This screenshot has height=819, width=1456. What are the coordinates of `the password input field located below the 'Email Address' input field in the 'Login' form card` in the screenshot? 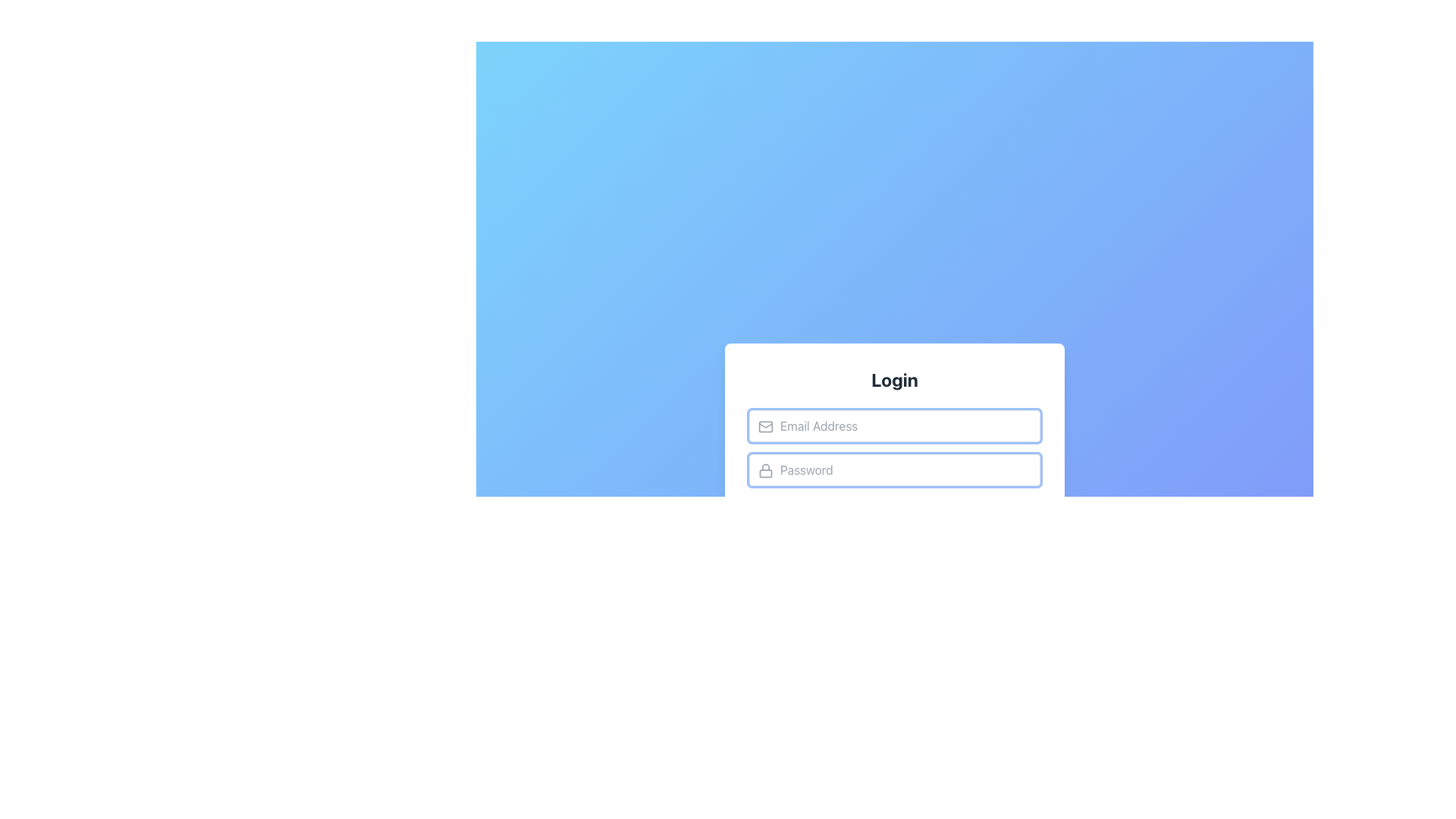 It's located at (895, 469).